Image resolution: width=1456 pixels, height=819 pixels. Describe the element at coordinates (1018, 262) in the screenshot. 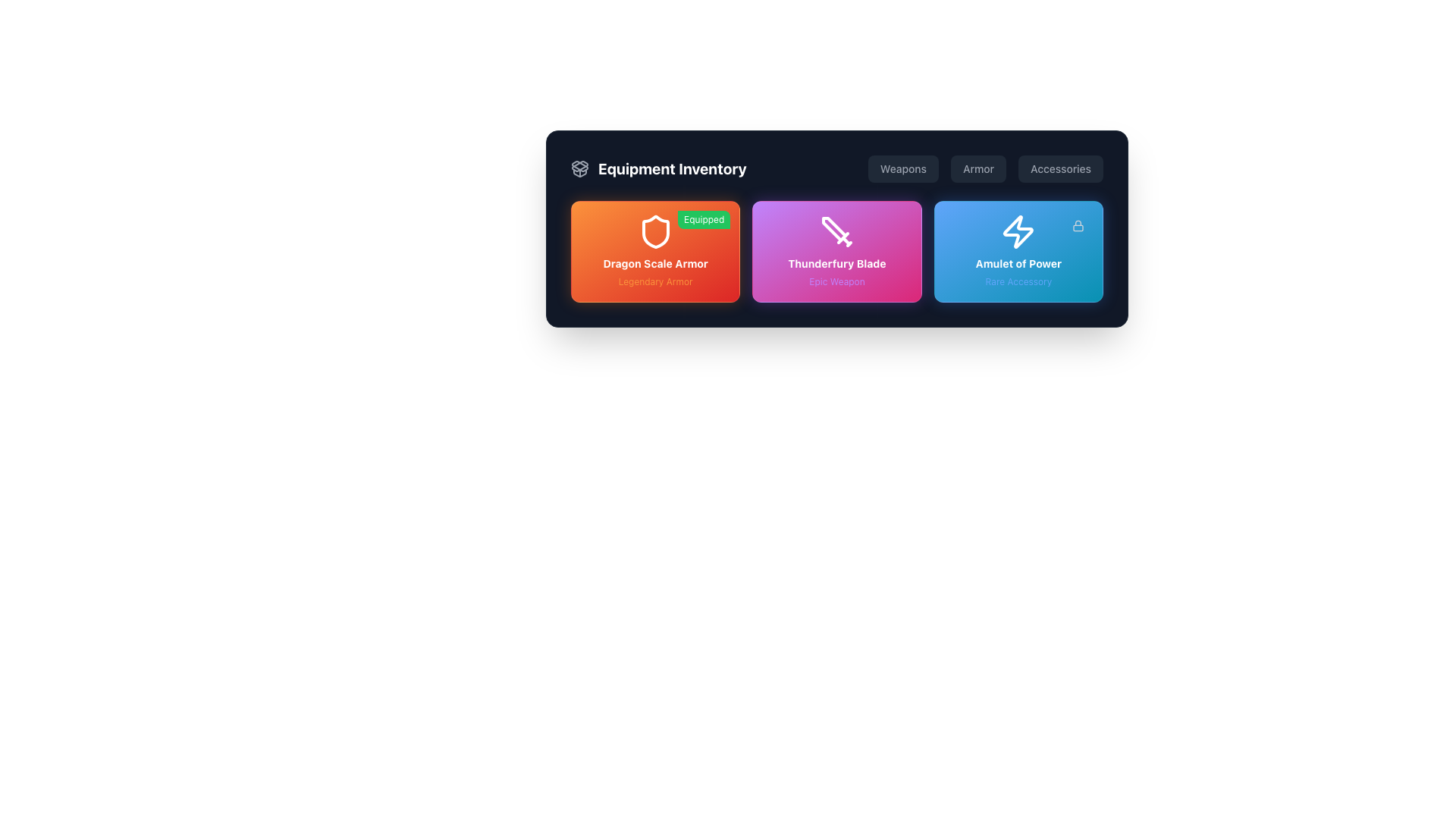

I see `the text label reading 'Amulet of Power' which is displayed in white bold font on a light blue background, located in the Equipment Inventory interface` at that location.